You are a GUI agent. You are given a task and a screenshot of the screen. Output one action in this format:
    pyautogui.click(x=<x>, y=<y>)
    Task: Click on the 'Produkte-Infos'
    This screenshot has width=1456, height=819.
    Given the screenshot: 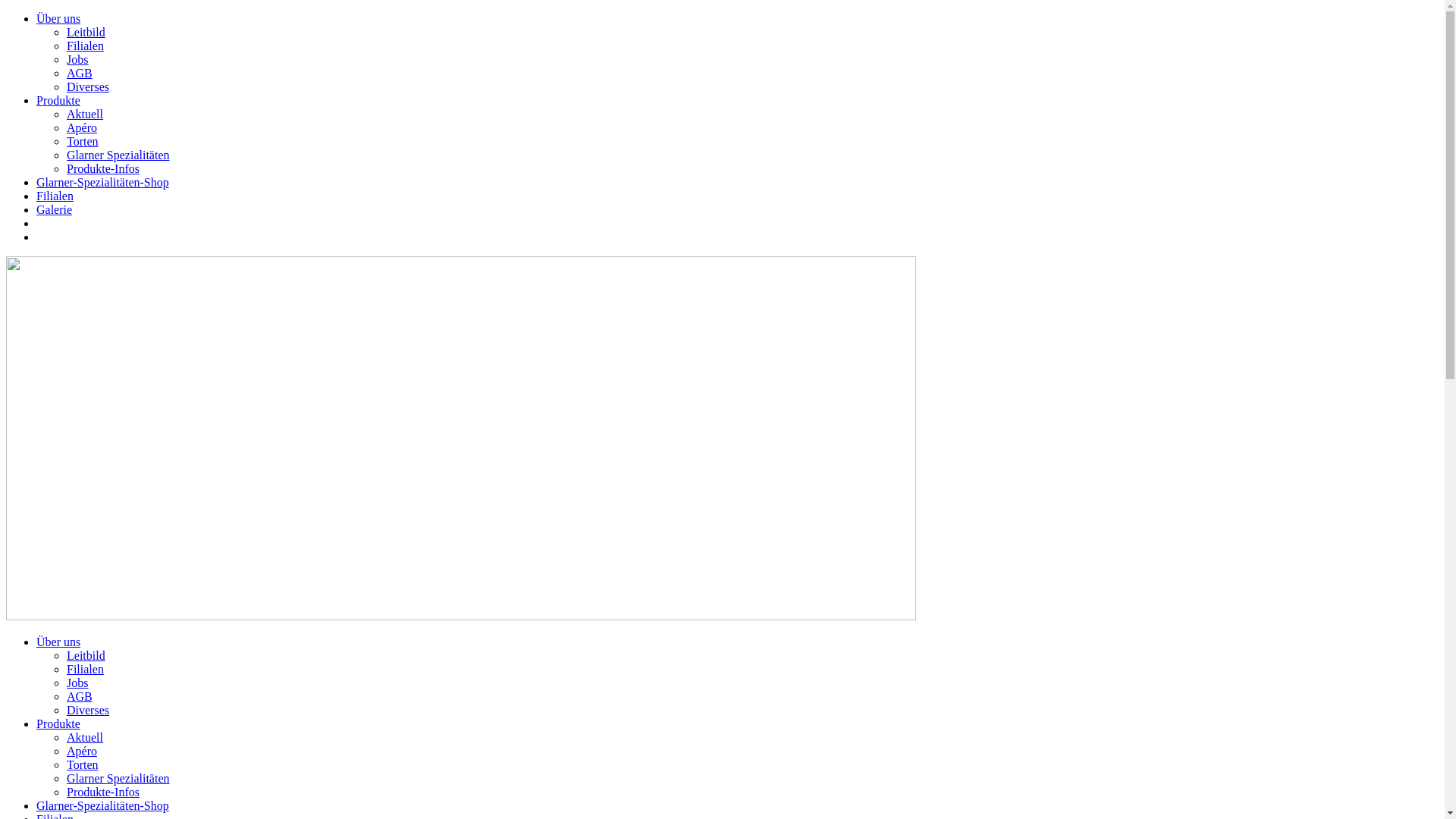 What is the action you would take?
    pyautogui.click(x=102, y=168)
    